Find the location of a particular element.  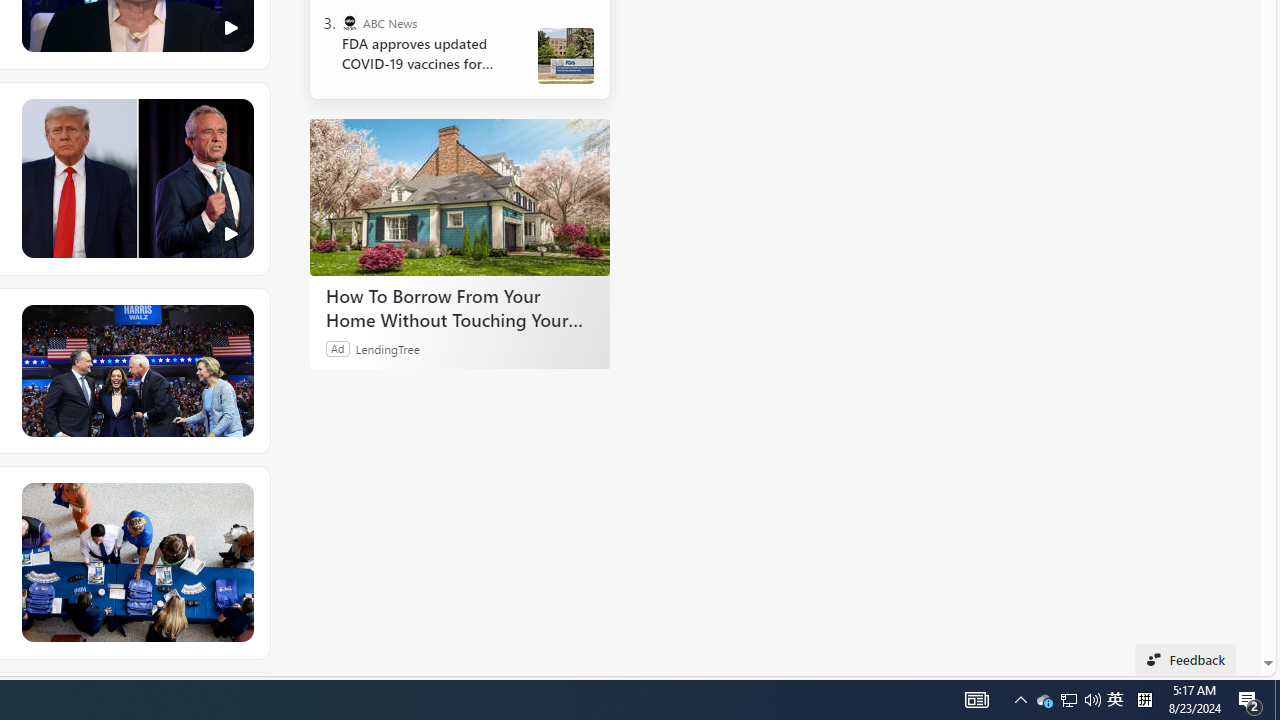

'Feedback' is located at coordinates (1185, 659).